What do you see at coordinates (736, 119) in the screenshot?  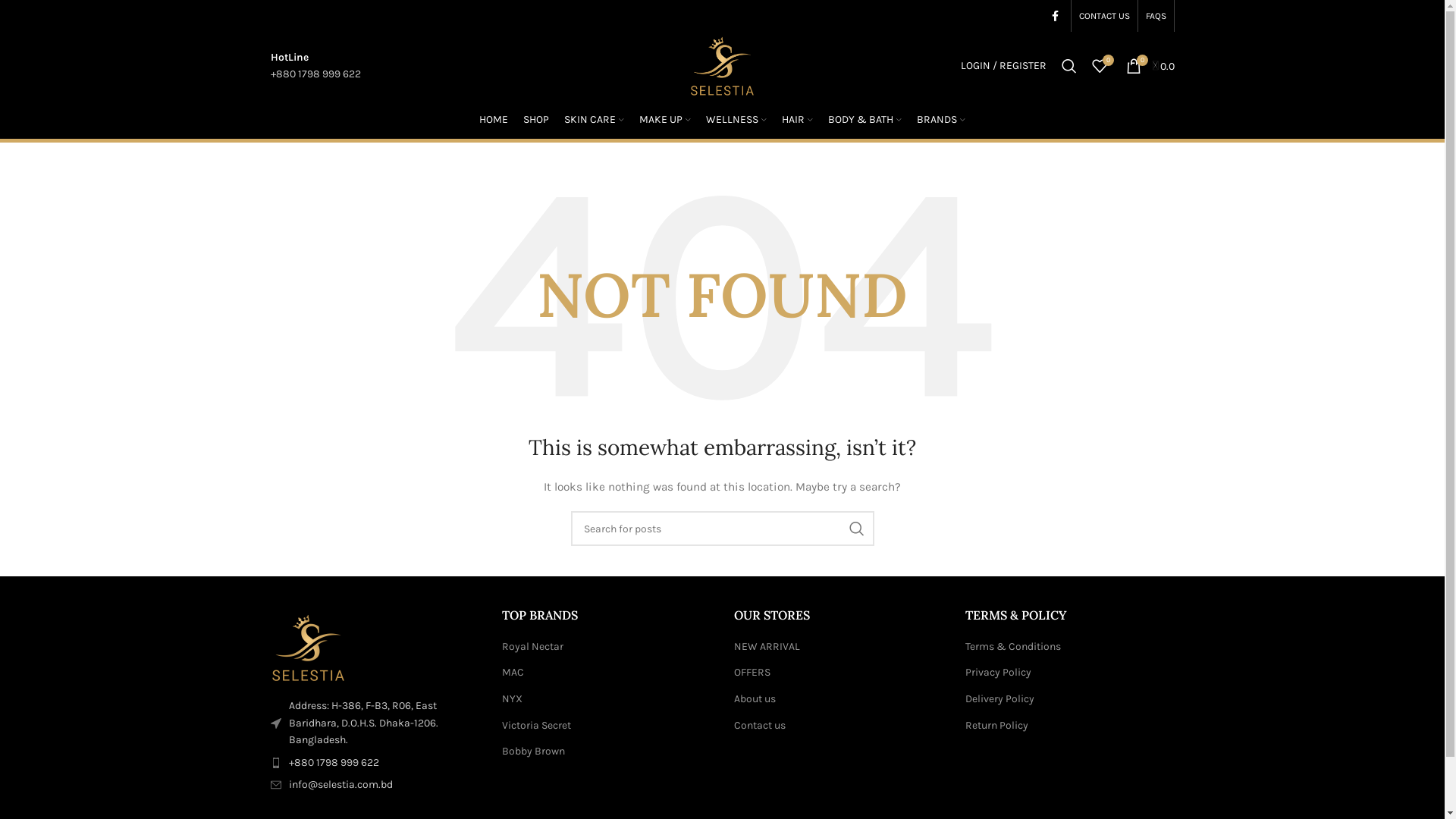 I see `'WELLNESS'` at bounding box center [736, 119].